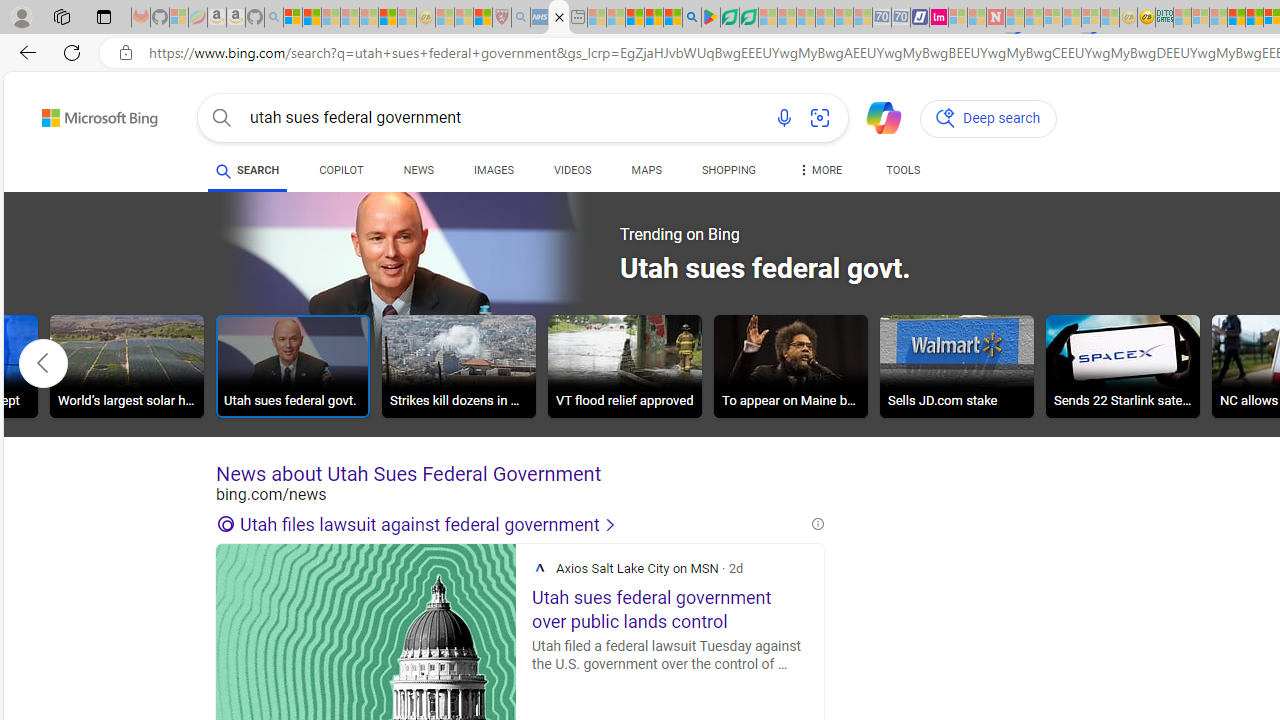 The image size is (1280, 720). Describe the element at coordinates (956, 366) in the screenshot. I see `'Sells JD.com stake'` at that location.